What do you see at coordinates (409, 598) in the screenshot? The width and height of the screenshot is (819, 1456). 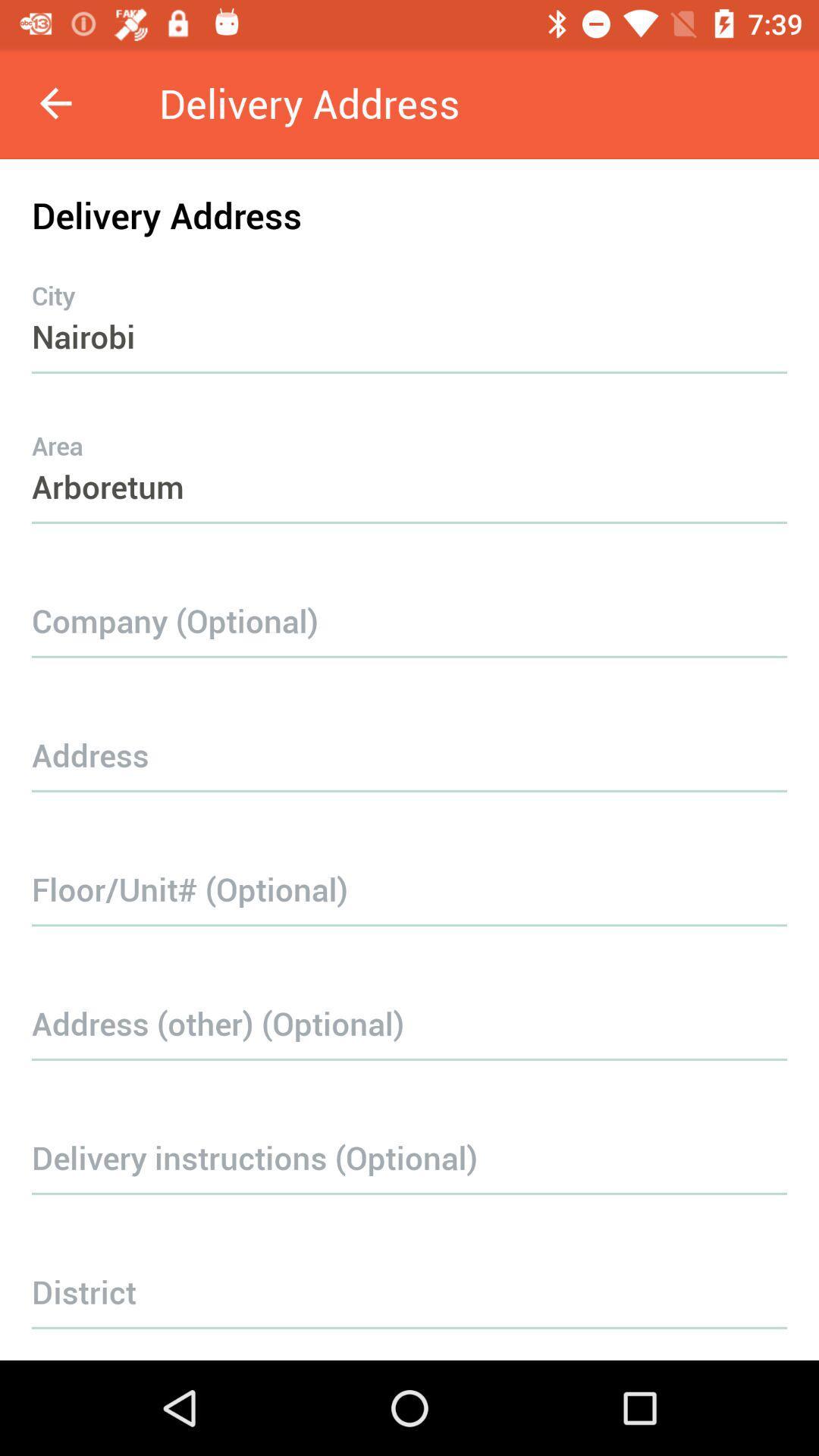 I see `item below the arboretum item` at bounding box center [409, 598].